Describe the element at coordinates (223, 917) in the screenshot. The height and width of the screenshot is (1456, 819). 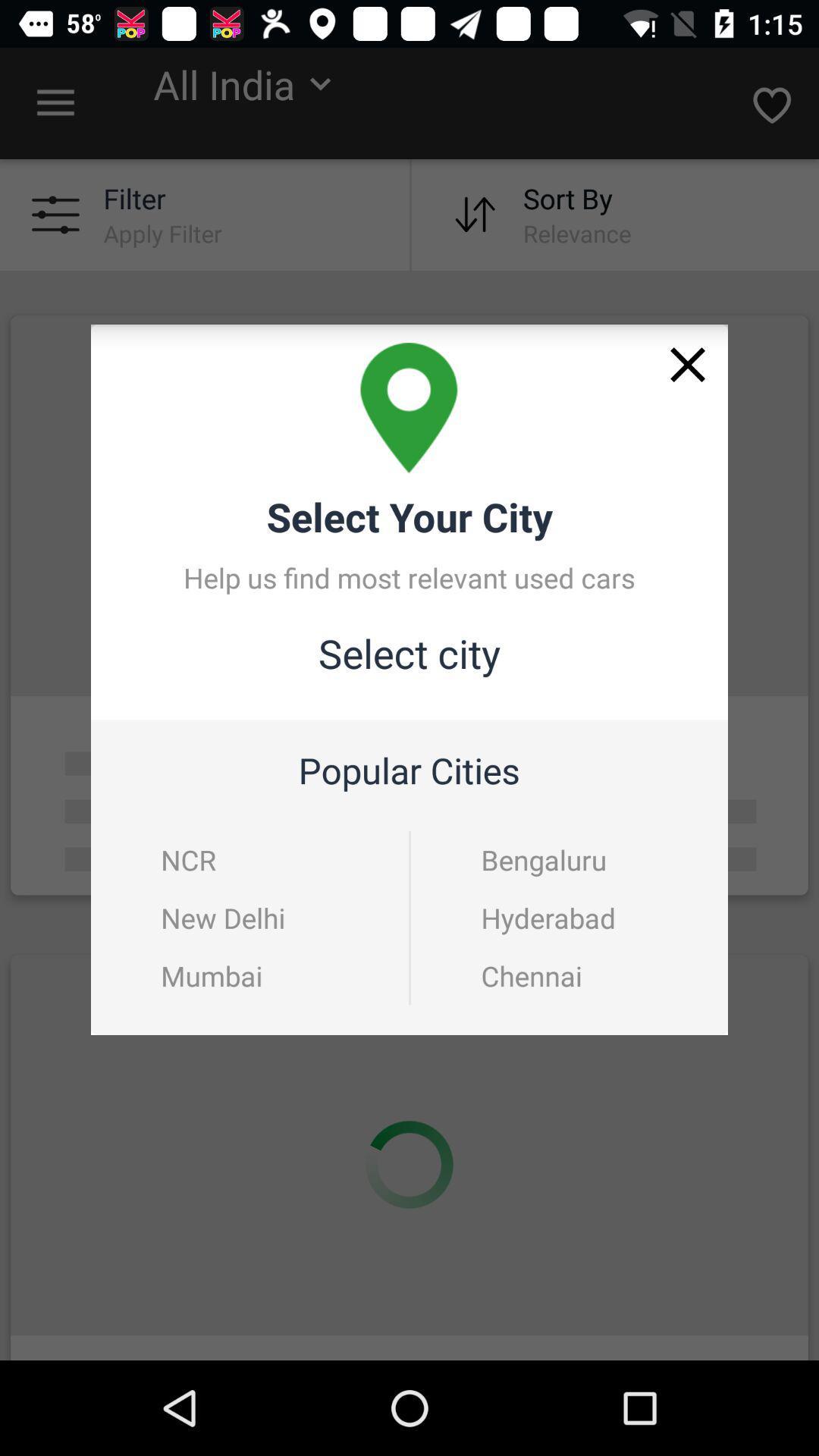
I see `item below the ncr icon` at that location.